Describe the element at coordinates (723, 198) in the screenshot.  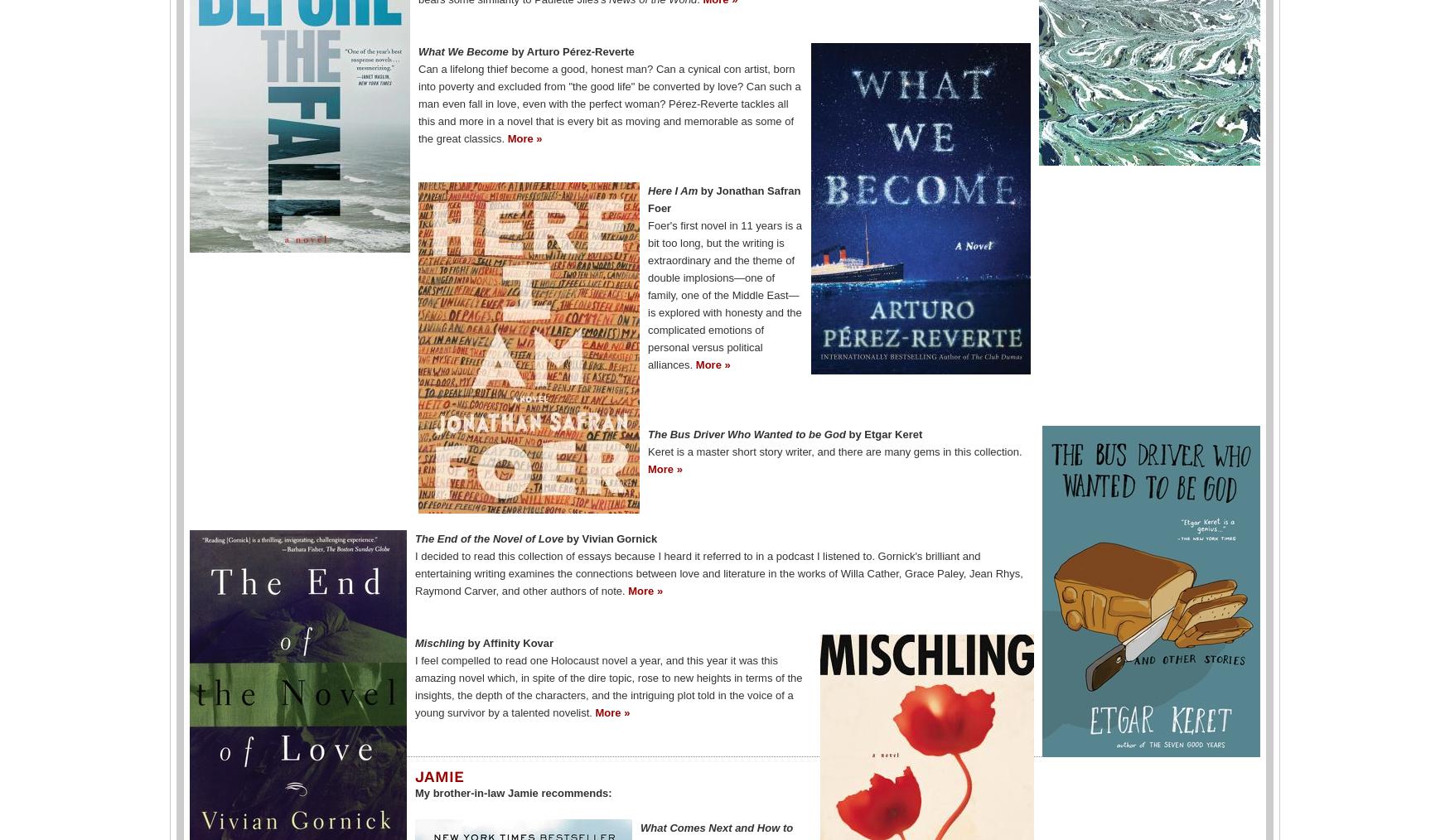
I see `'by Jonathan Safran Foer'` at that location.